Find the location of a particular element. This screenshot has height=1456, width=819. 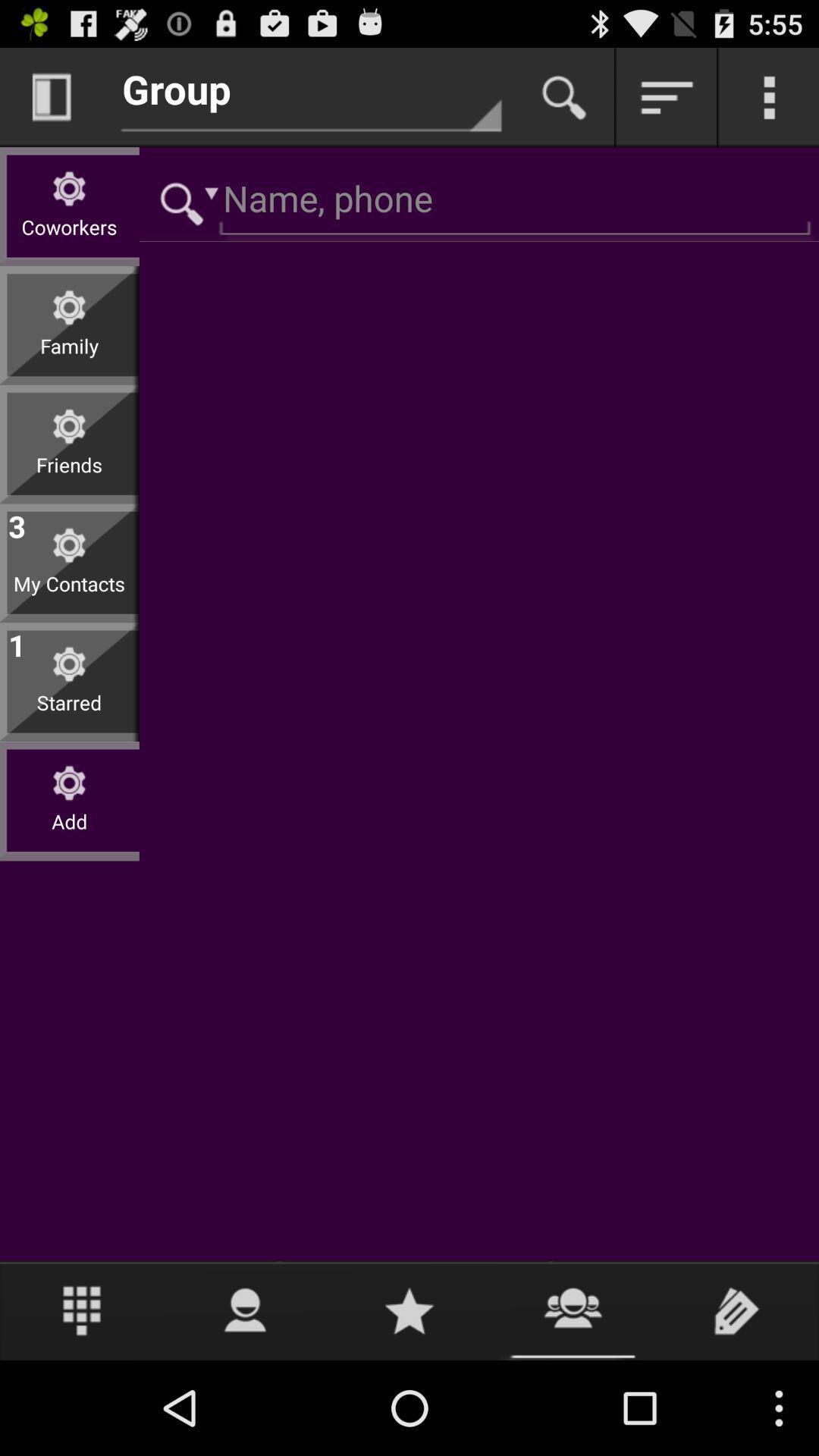

app above starred app is located at coordinates (17, 642).